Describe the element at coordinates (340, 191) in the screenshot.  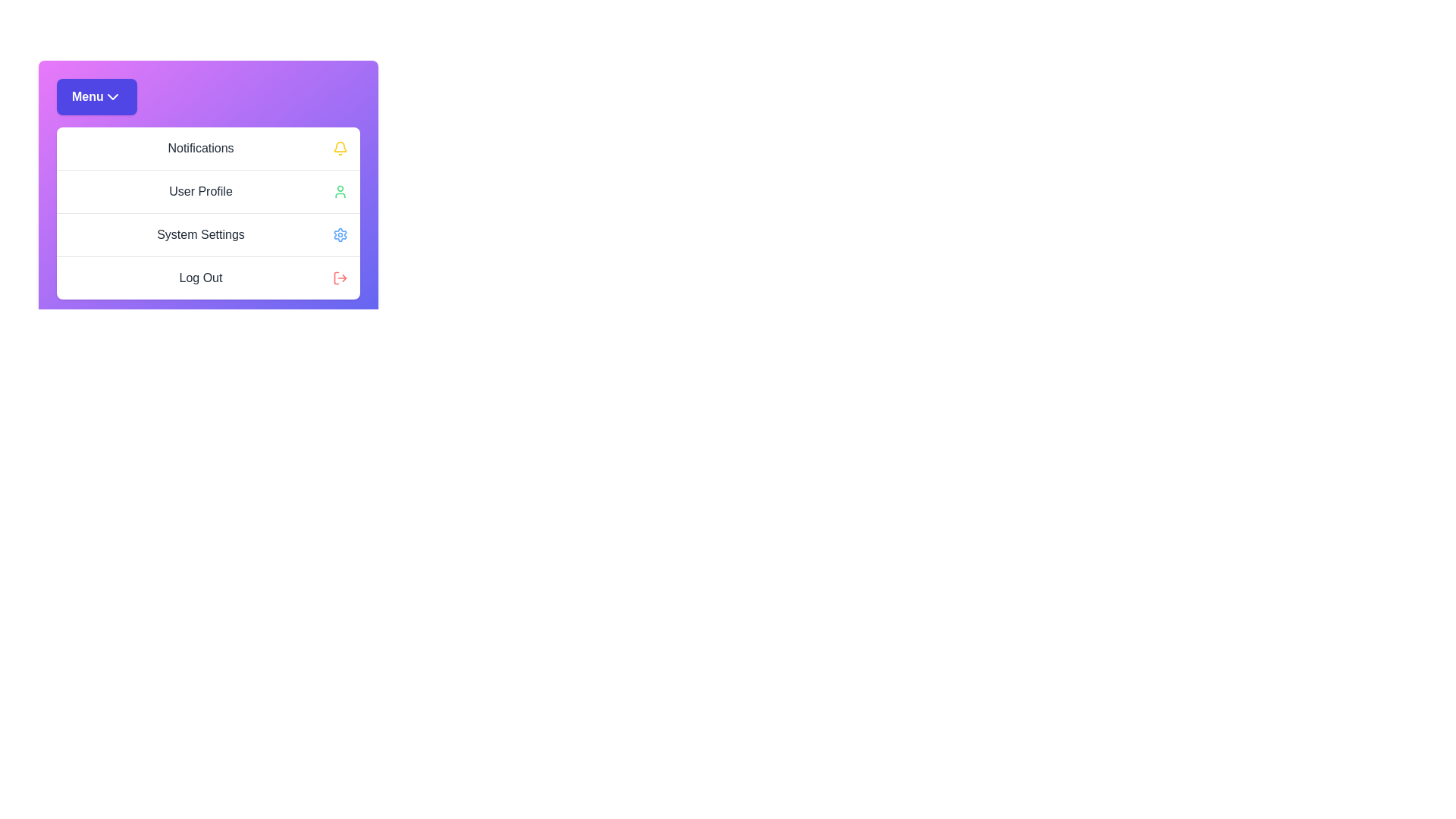
I see `the icon corresponding to User Profile in the menu` at that location.